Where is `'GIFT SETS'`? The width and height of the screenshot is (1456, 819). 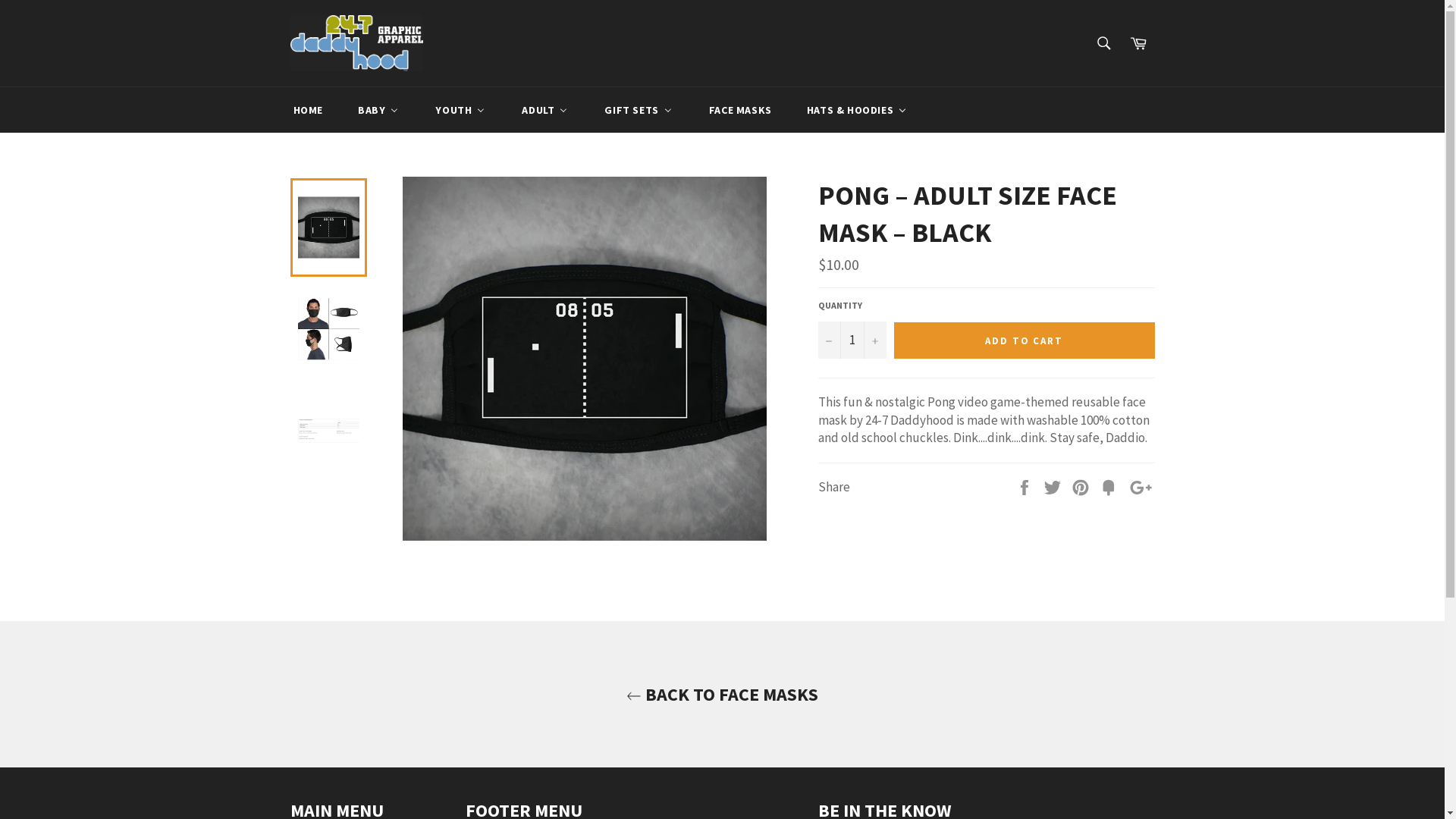
'GIFT SETS' is located at coordinates (638, 109).